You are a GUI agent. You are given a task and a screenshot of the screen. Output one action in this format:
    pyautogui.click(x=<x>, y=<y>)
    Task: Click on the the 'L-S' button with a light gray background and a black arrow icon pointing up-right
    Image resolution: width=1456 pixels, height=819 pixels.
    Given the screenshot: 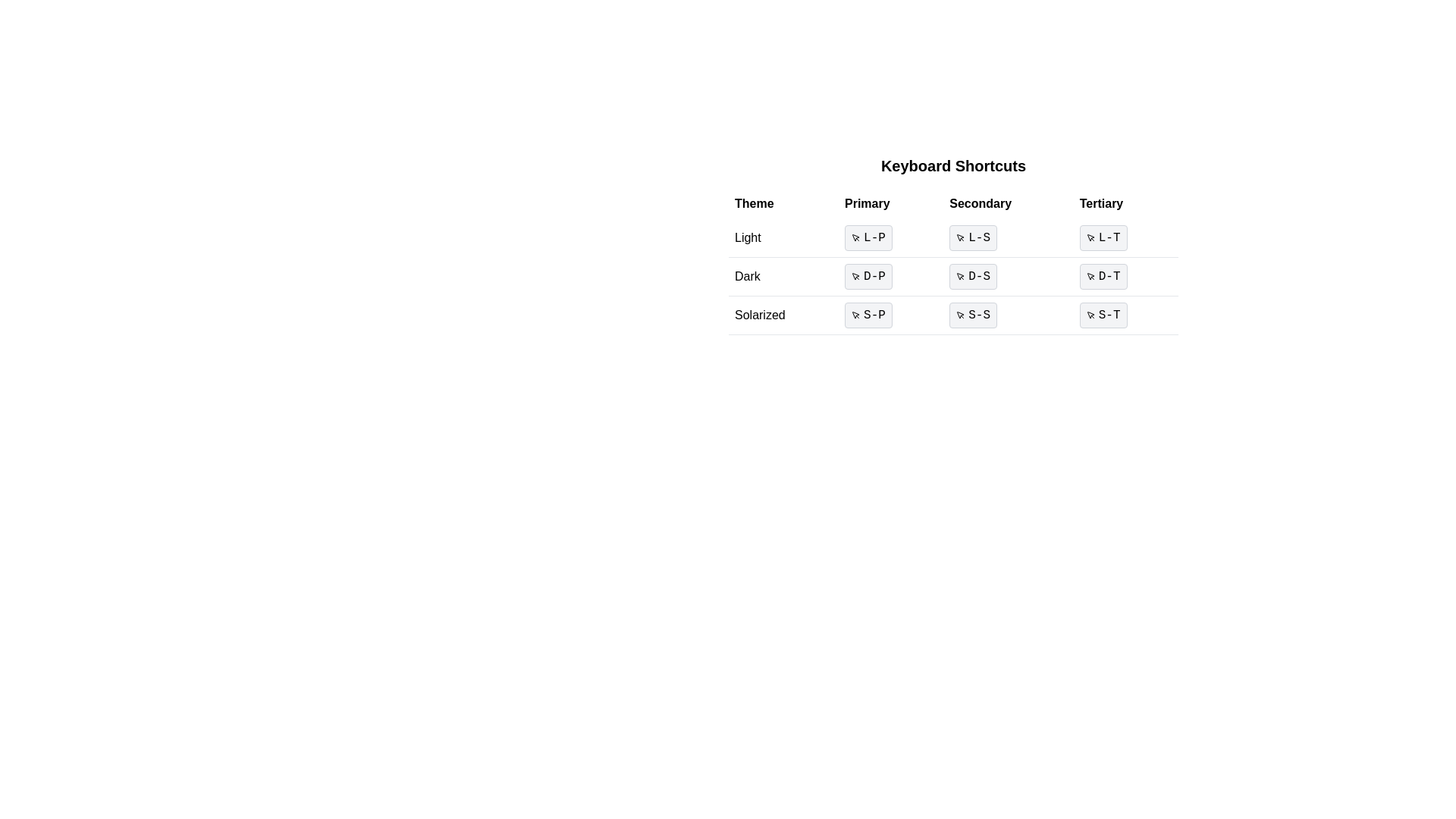 What is the action you would take?
    pyautogui.click(x=952, y=238)
    